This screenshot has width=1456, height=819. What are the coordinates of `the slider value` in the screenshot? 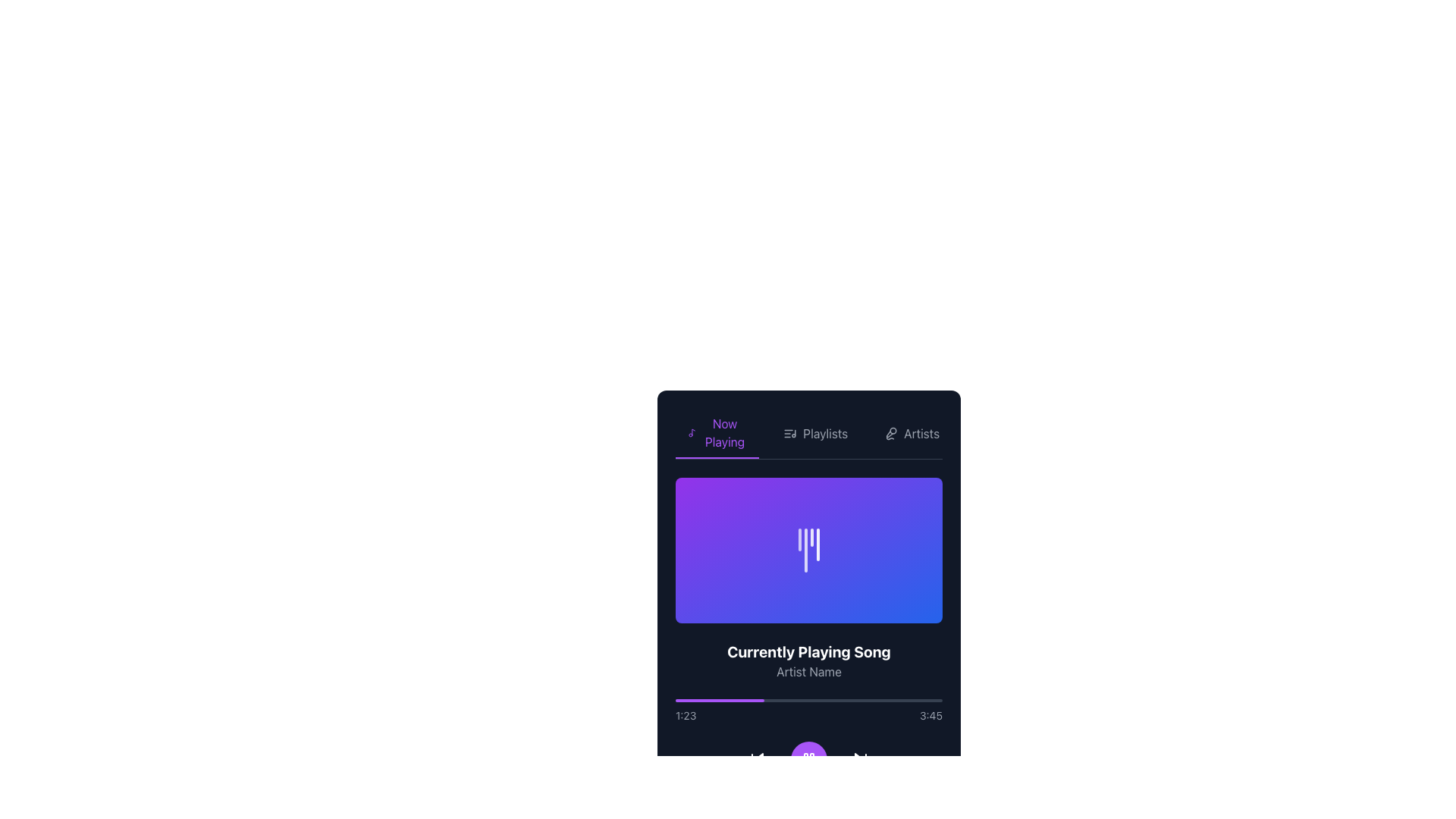 It's located at (843, 803).